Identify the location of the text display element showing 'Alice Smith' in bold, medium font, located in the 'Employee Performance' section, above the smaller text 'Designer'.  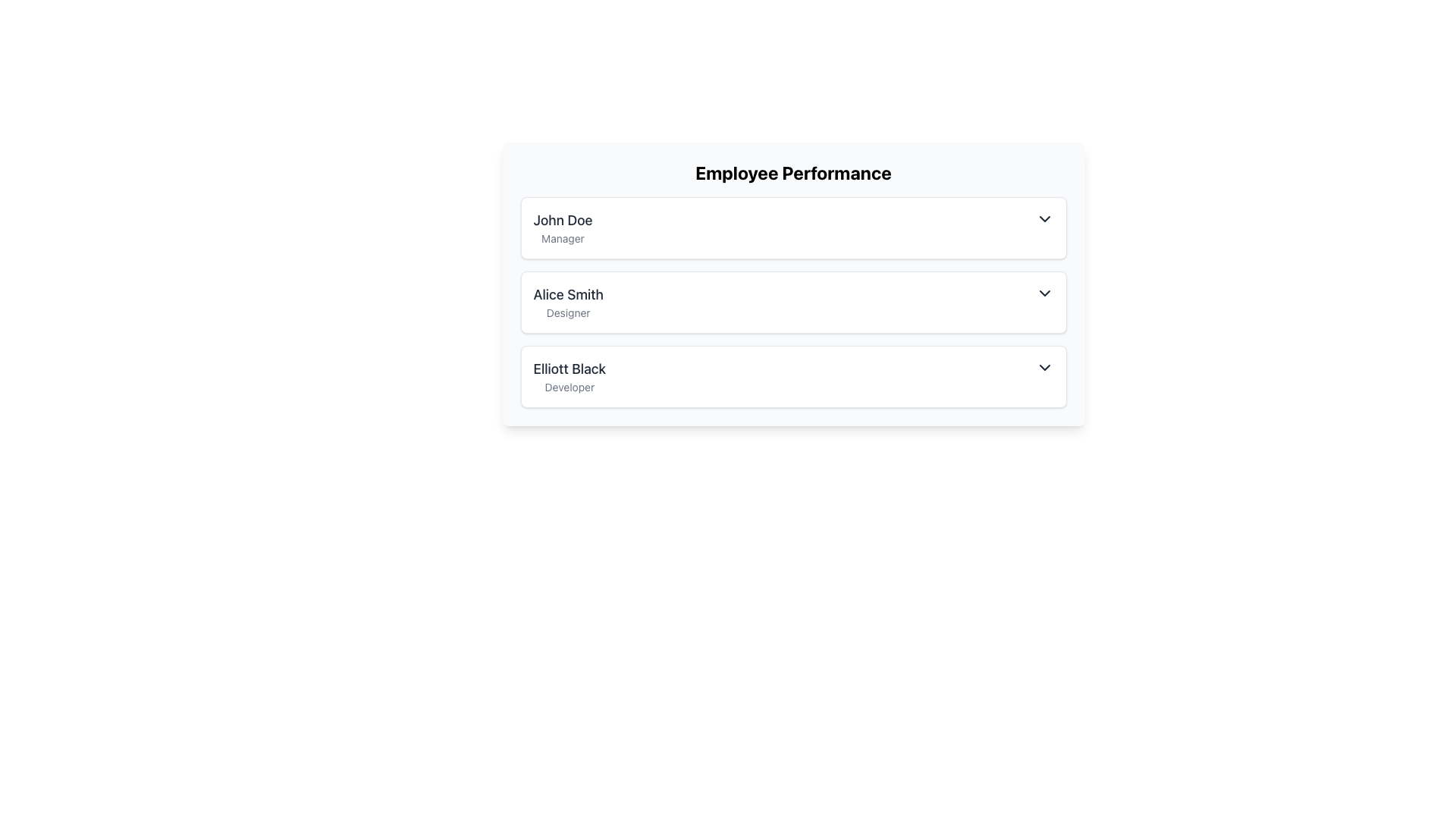
(567, 295).